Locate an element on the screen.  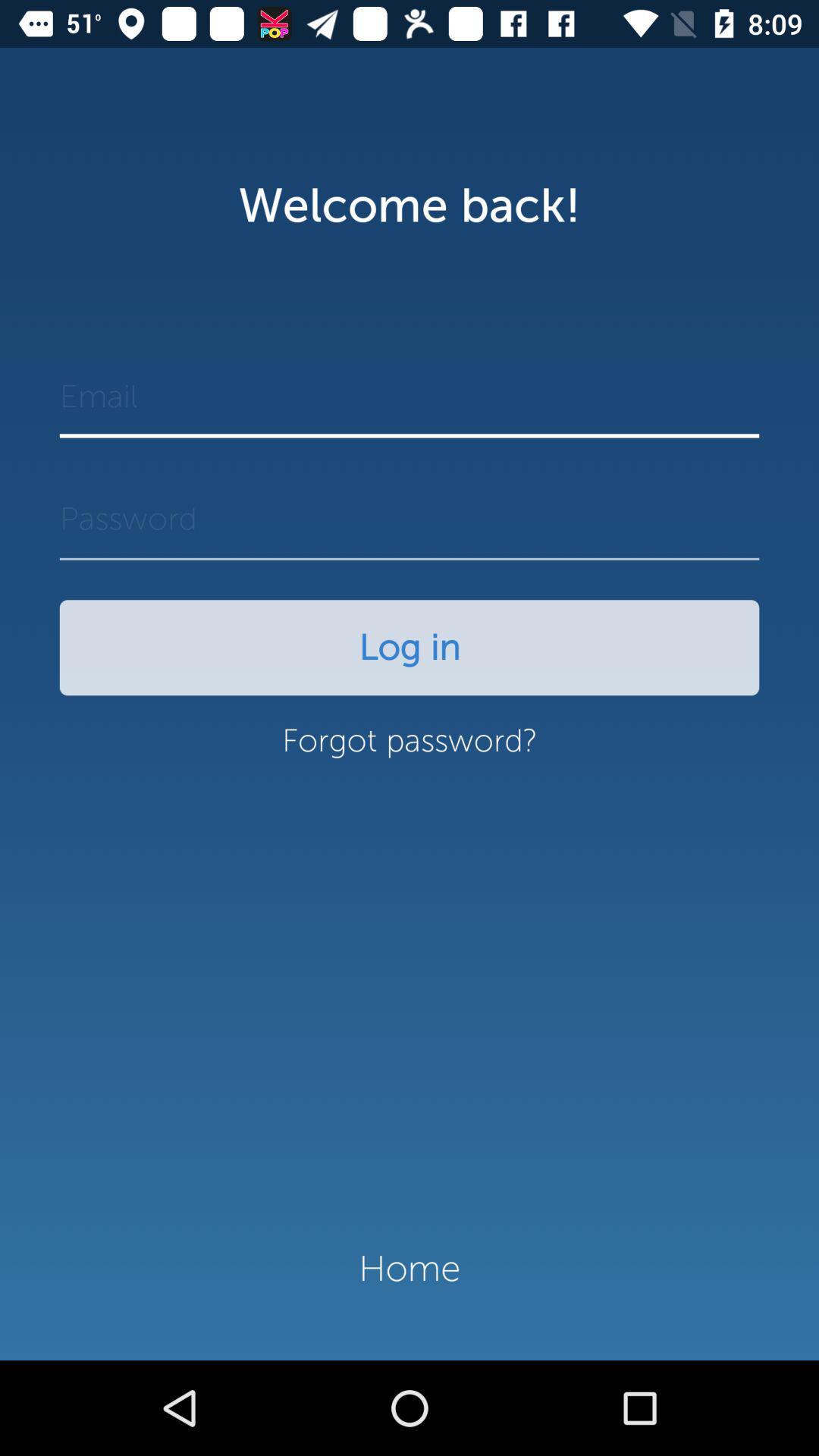
the item below the forgot password? icon is located at coordinates (409, 1269).